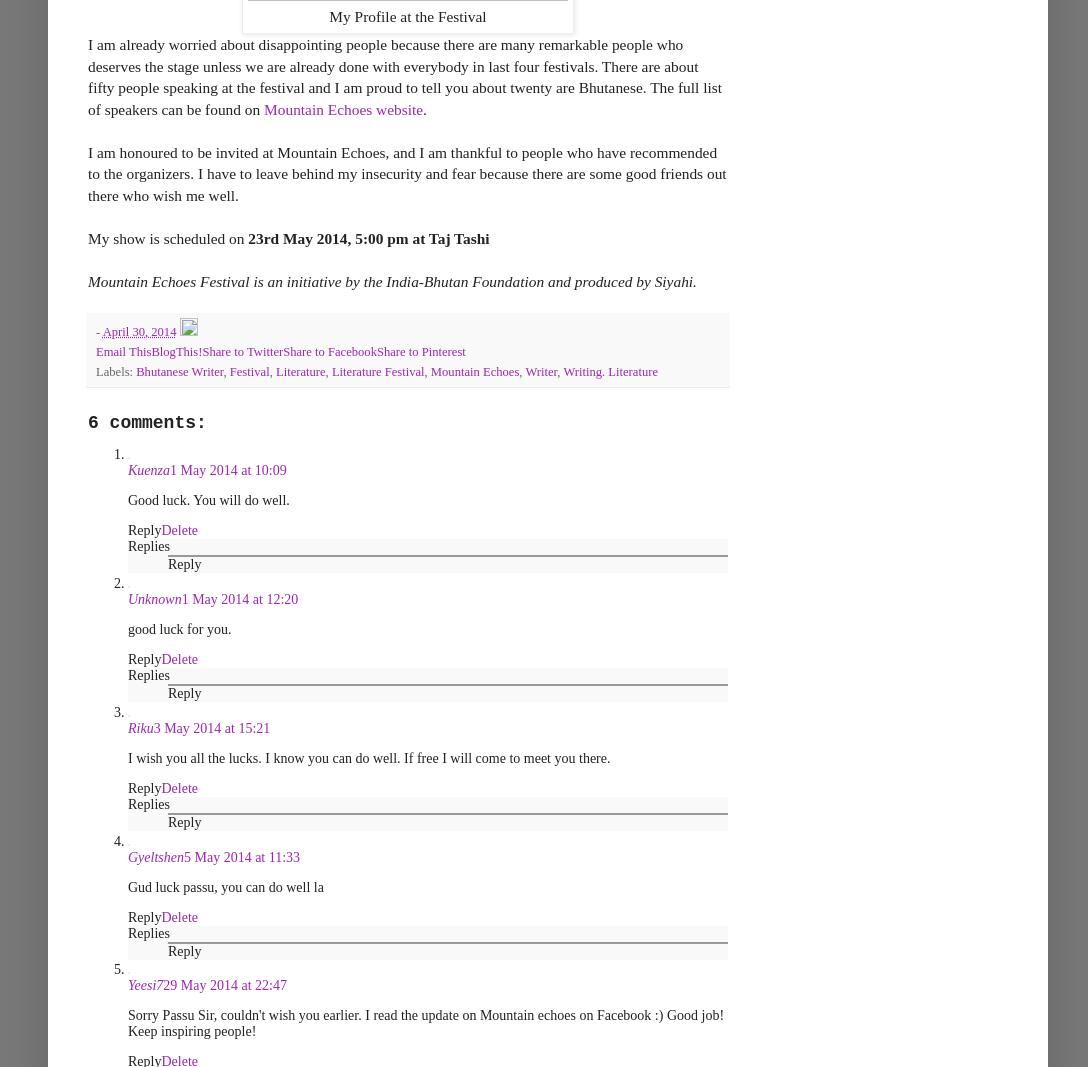 This screenshot has width=1088, height=1067. I want to click on 'BlogThis!', so click(175, 351).